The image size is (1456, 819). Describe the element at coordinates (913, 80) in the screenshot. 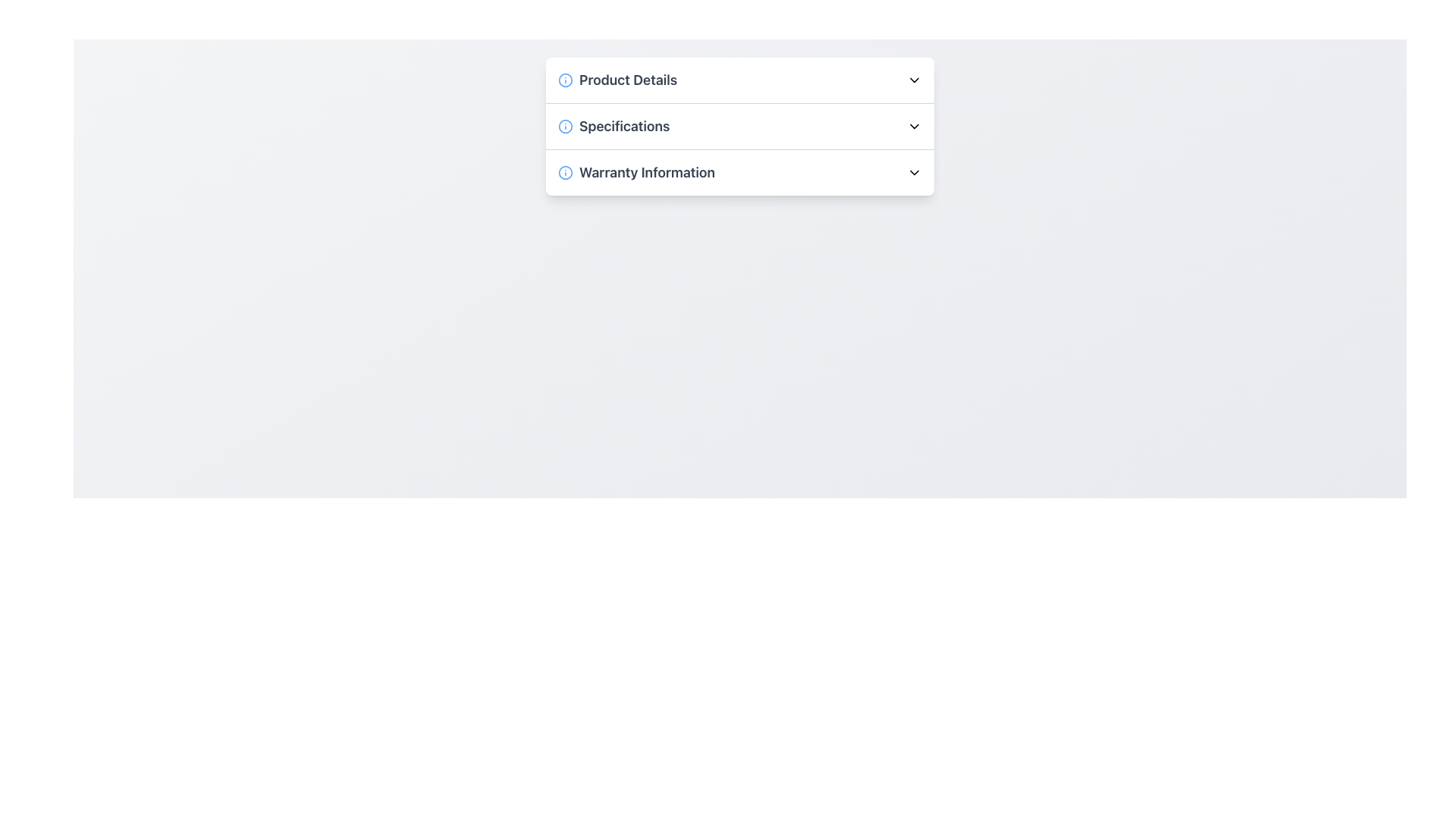

I see `the Dropdown Indicator Icon located at the rightmost part of the 'Product Details' header row` at that location.